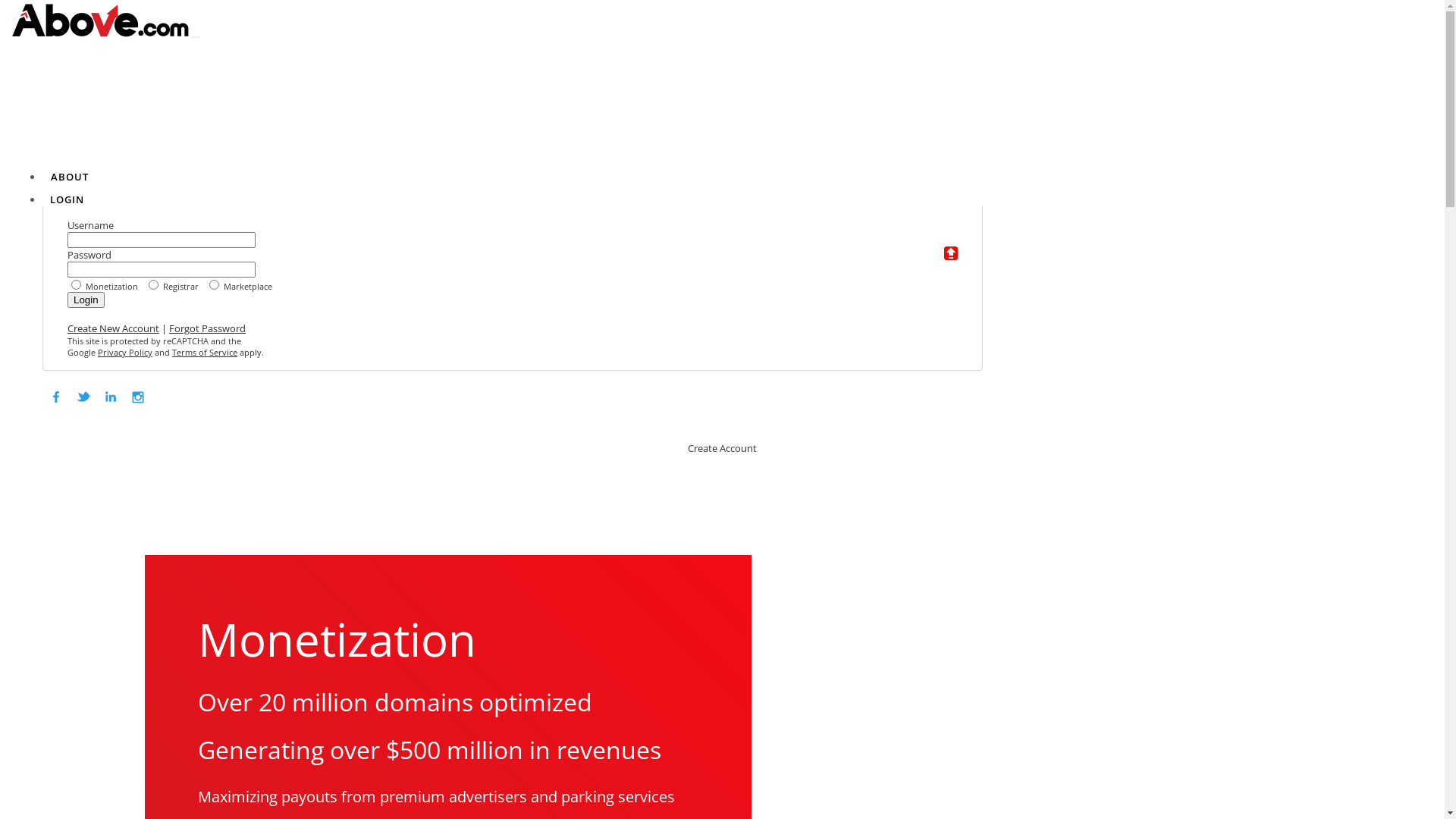 Image resolution: width=1456 pixels, height=819 pixels. Describe the element at coordinates (124, 352) in the screenshot. I see `'Privacy Policy'` at that location.